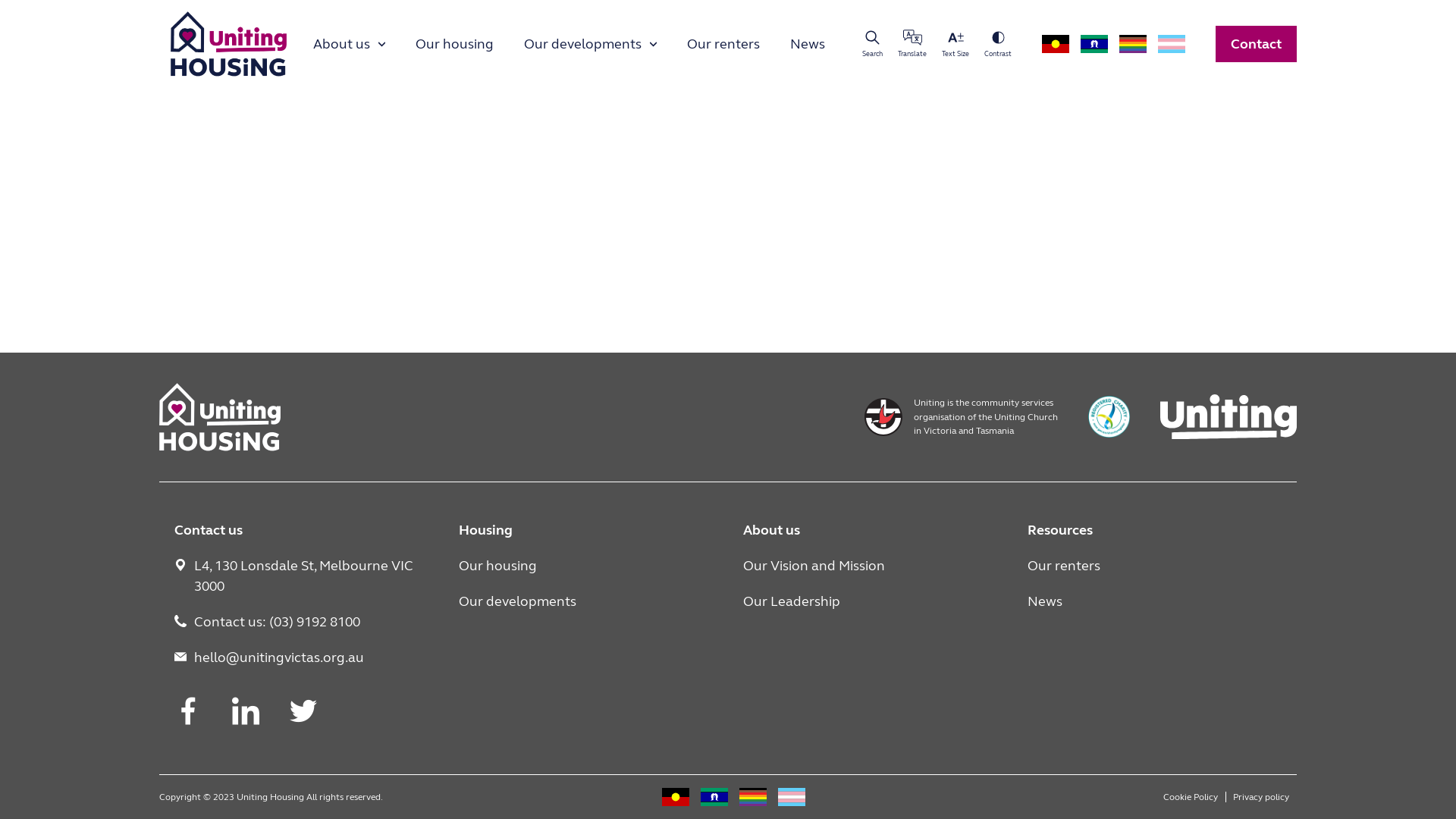 This screenshot has width=1456, height=819. I want to click on 'Search', so click(872, 42).